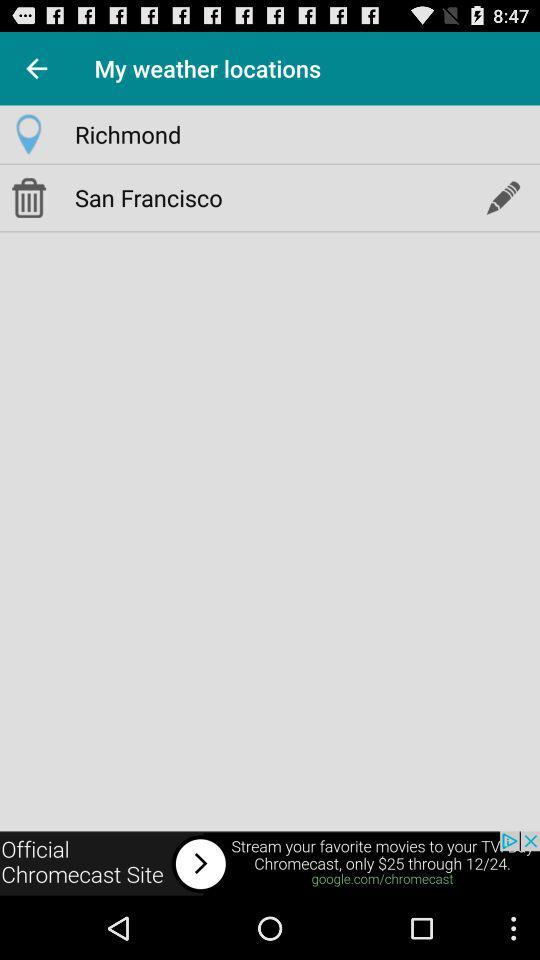  I want to click on edit, so click(501, 197).